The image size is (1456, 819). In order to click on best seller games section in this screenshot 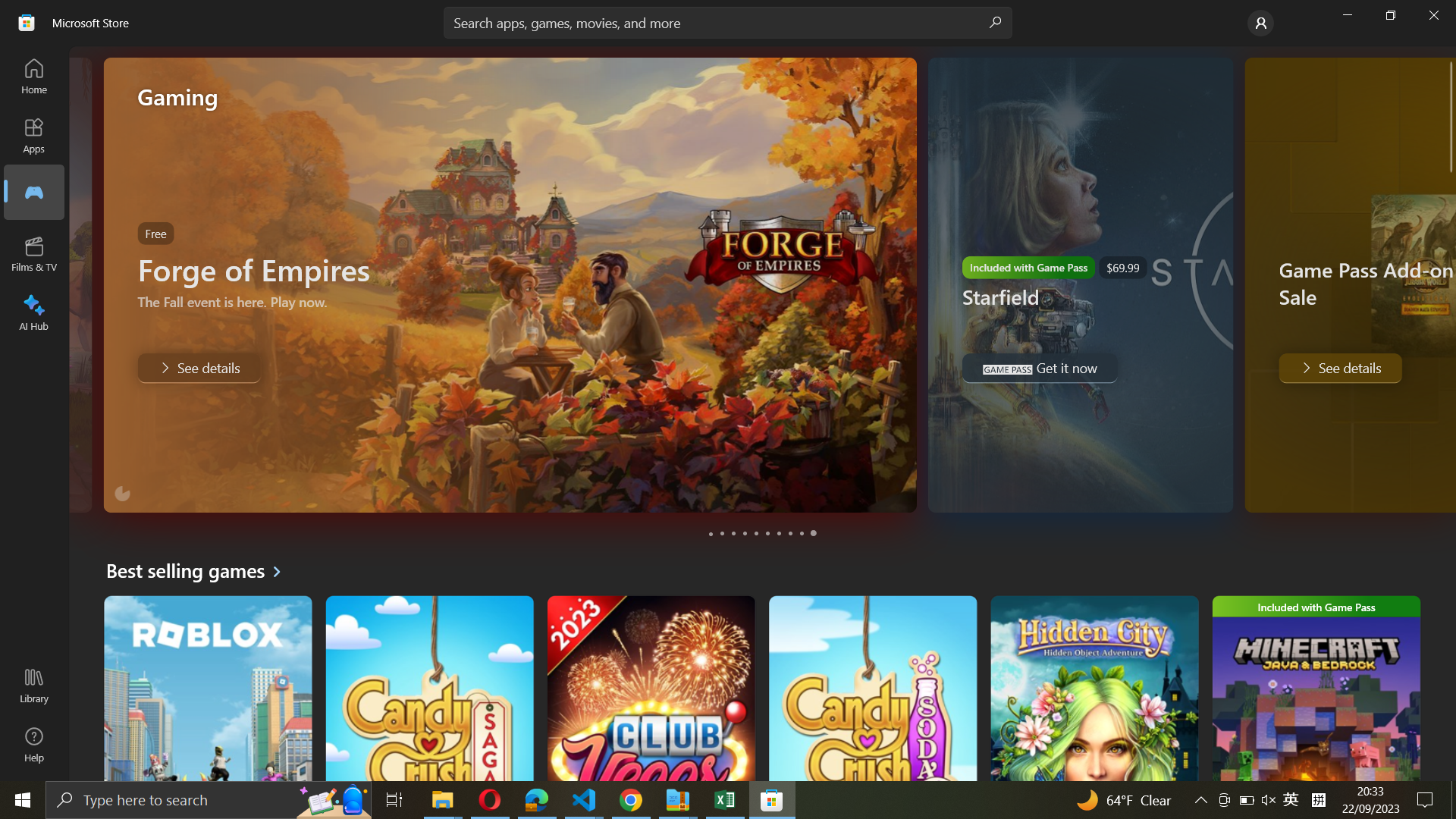, I will do `click(199, 570)`.